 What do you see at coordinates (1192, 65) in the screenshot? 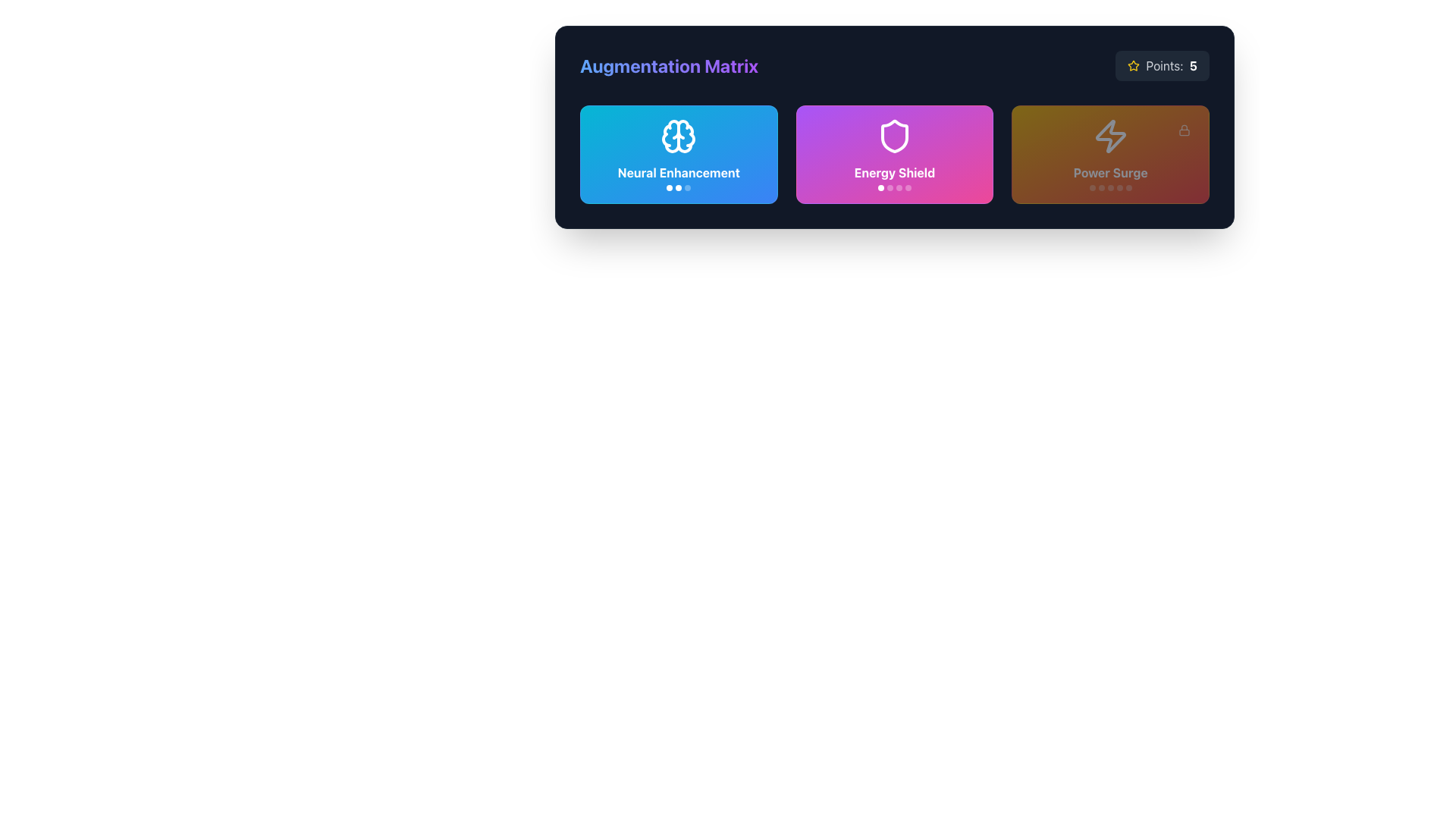
I see `the Text label displaying the current points or score in the UI, which is positioned to the right of the 'Points:' label` at bounding box center [1192, 65].